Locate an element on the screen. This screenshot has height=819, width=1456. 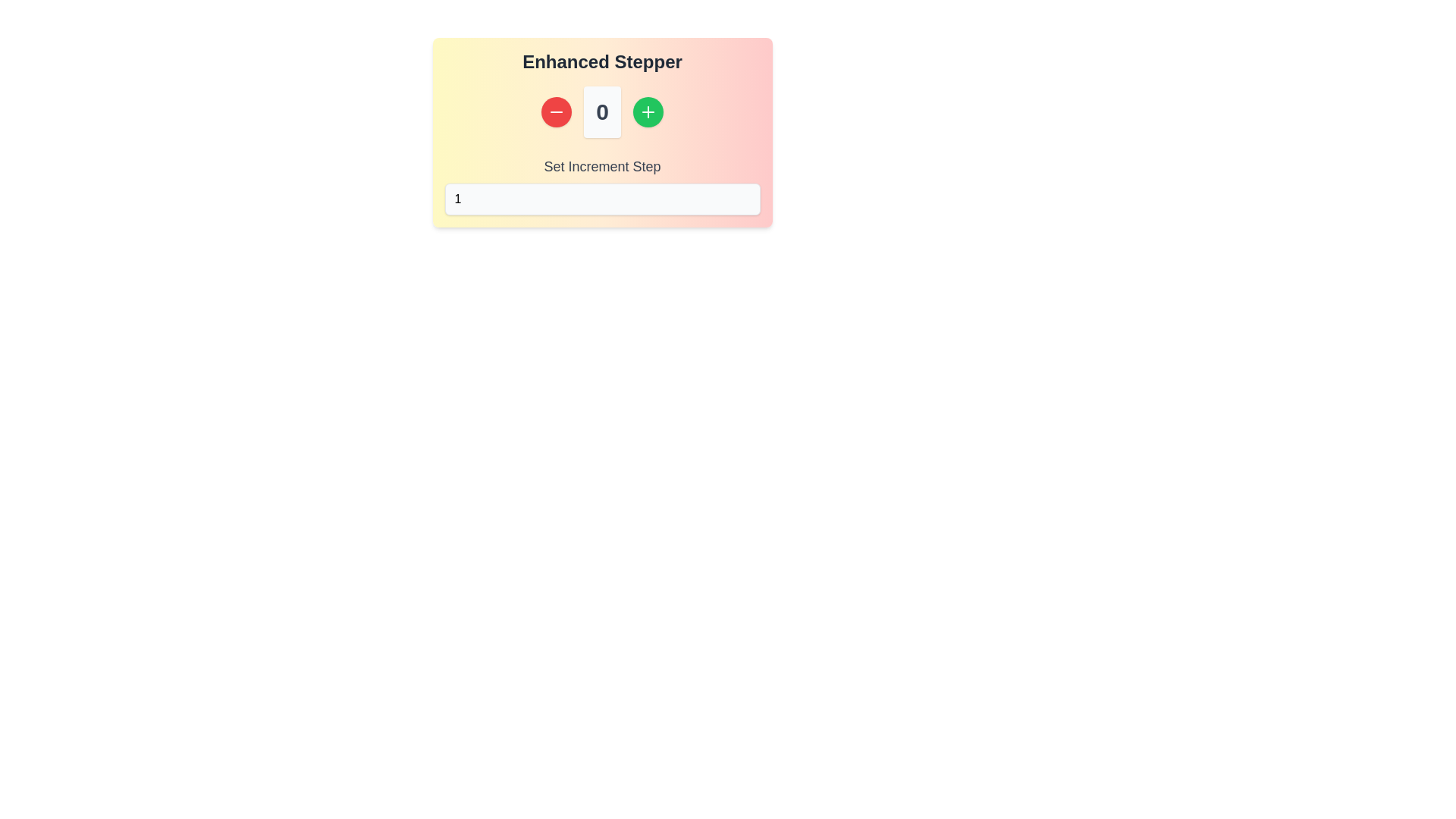
the static text display that shows a numeric value, positioned between the red circular minus button and the green circular plus button is located at coordinates (601, 111).